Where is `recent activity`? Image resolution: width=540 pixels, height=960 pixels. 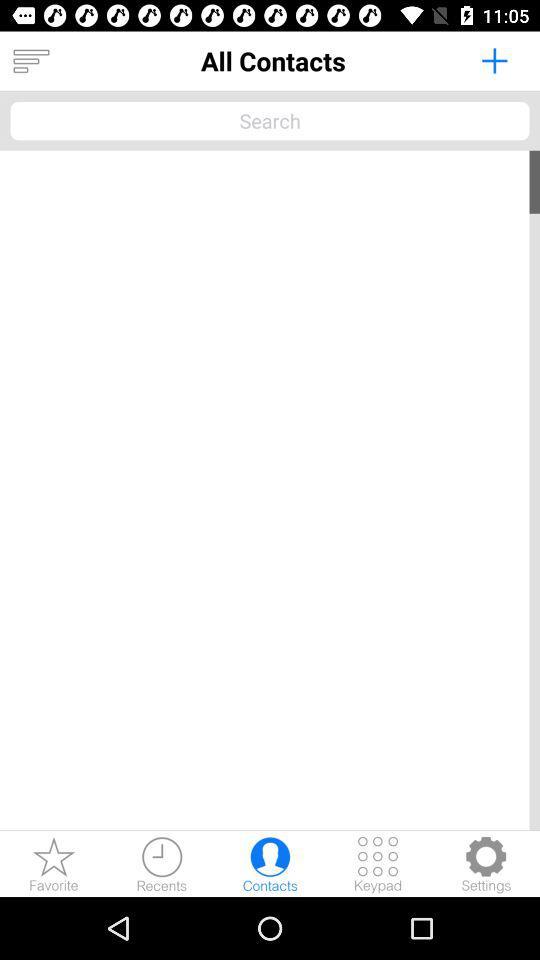 recent activity is located at coordinates (161, 863).